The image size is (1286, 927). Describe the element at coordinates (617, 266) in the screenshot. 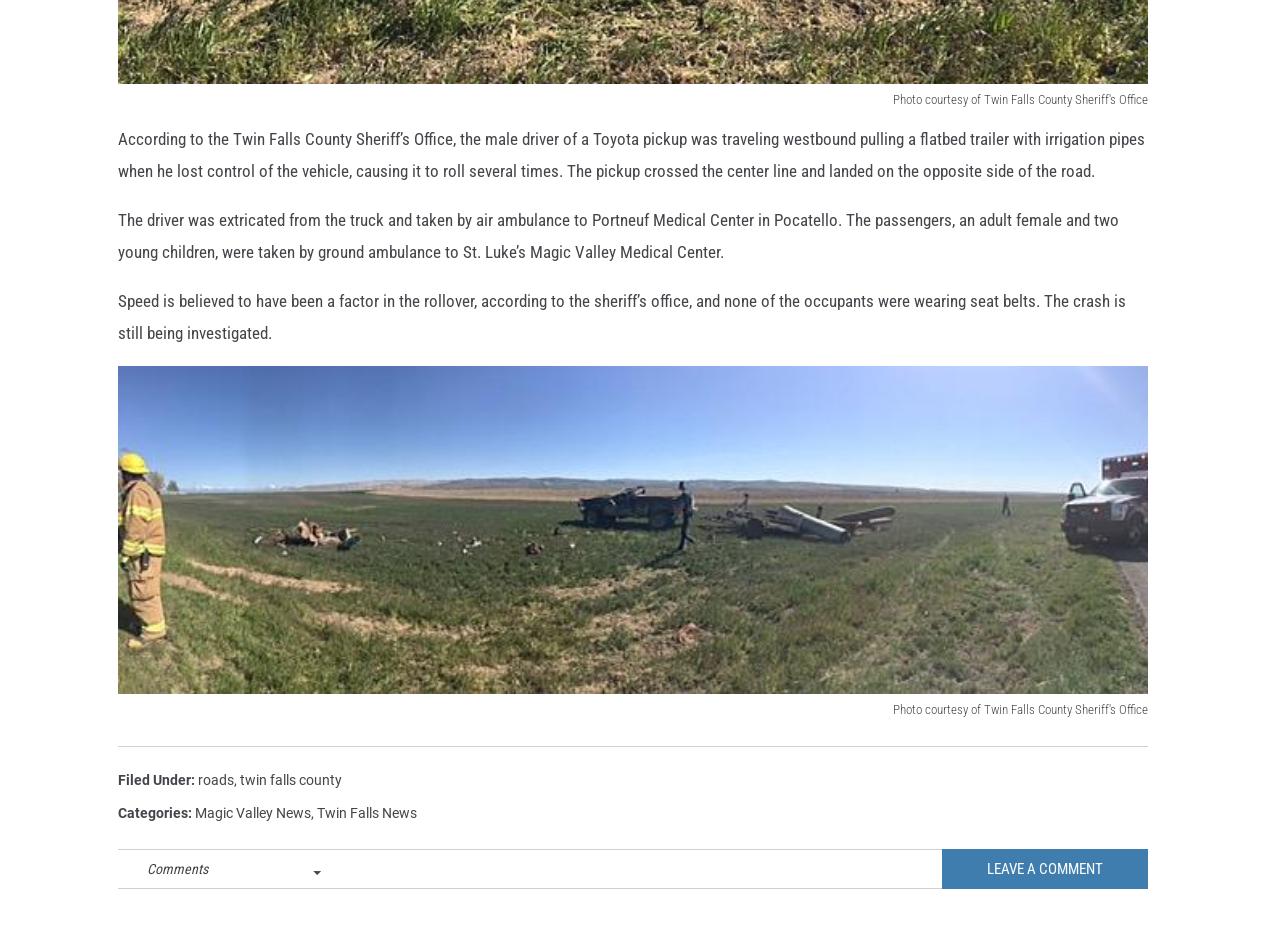

I see `'The driver was extricated from the truck and taken by air ambulance to Portneuf Medical Center in Pocatello. The passengers, an adult female and two young children, were taken by ground ambulance to St. Luke’s Magic Valley Medical Center.'` at that location.